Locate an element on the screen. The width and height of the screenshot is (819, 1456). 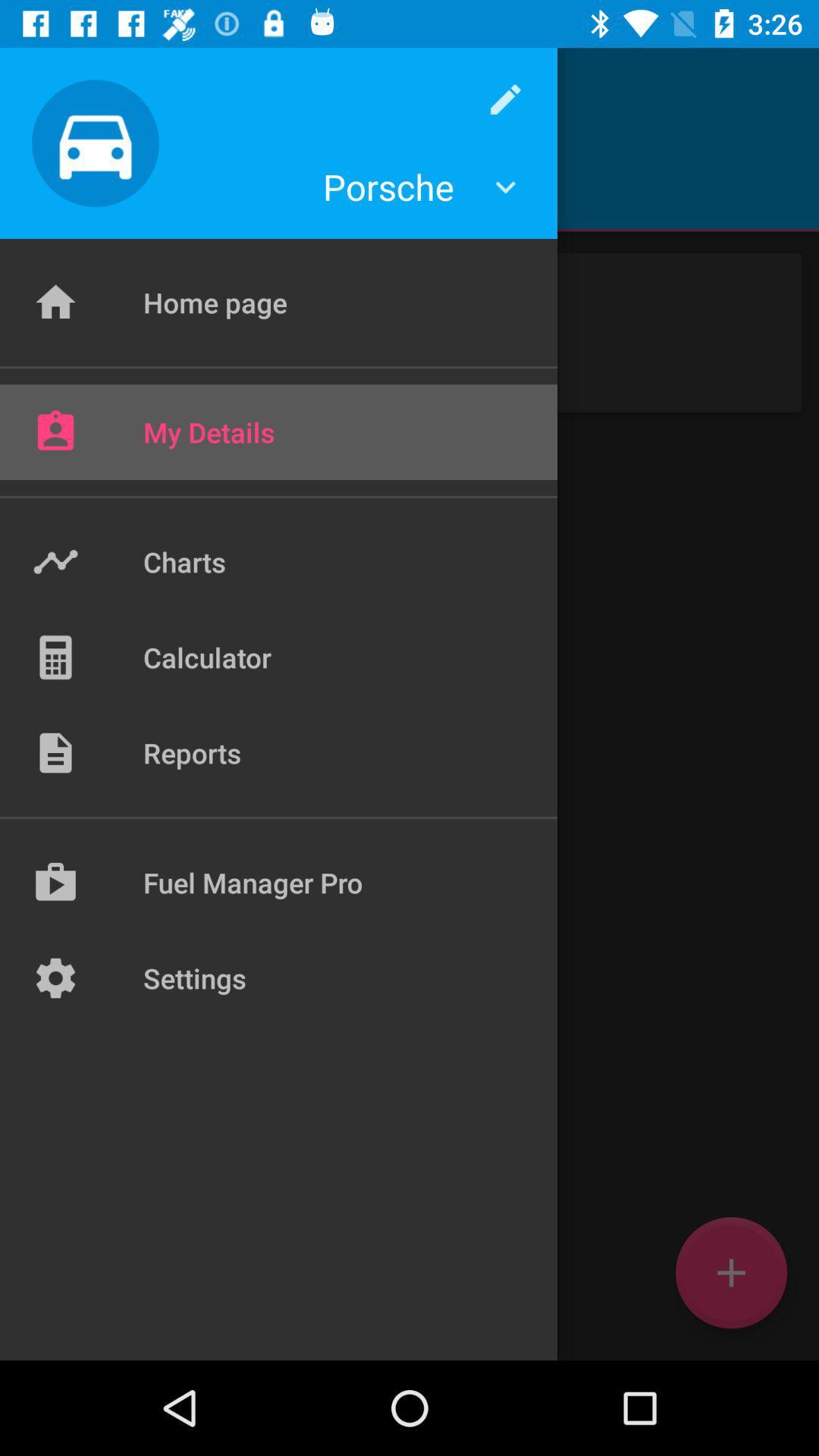
the add icon is located at coordinates (730, 1272).